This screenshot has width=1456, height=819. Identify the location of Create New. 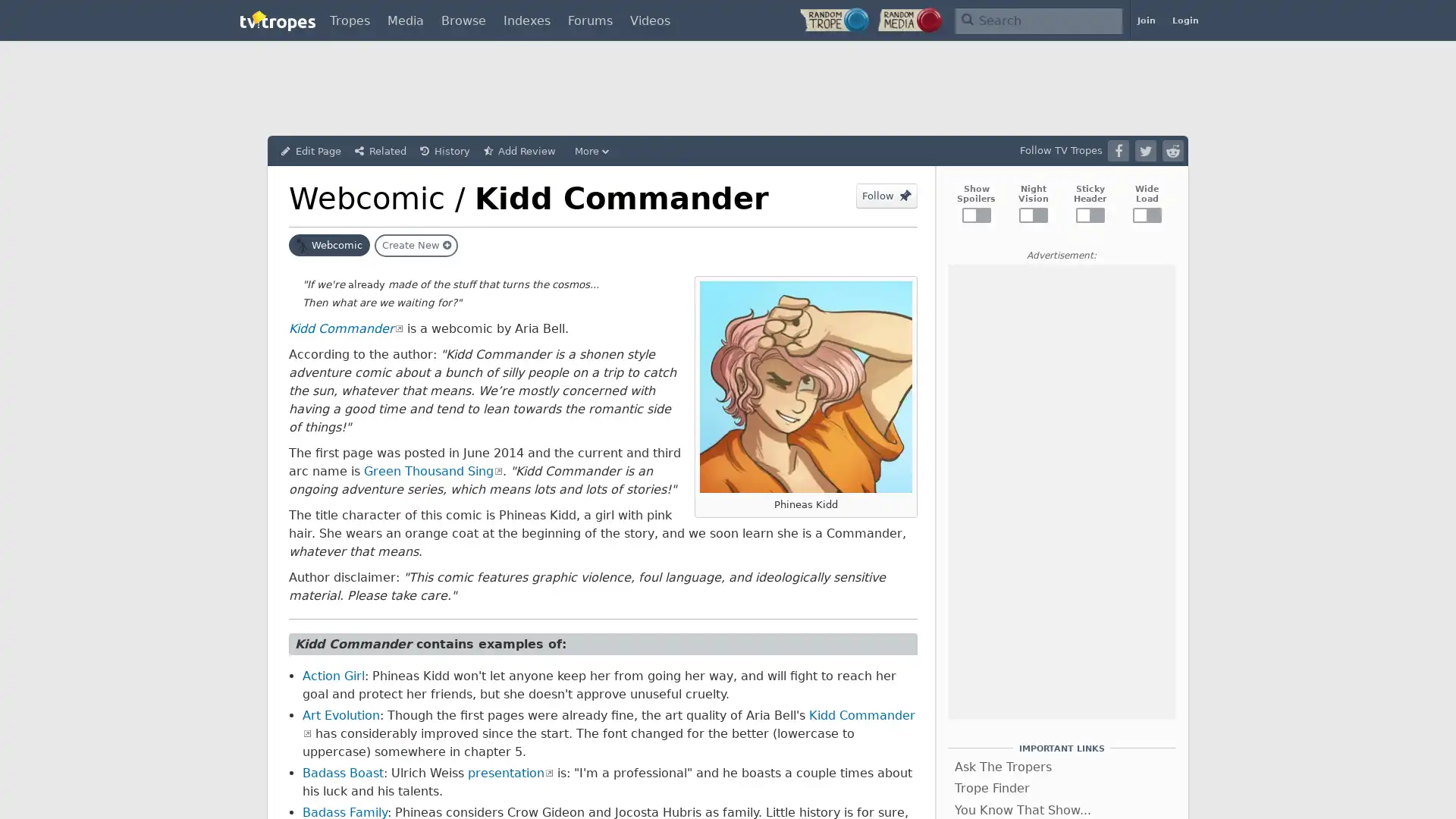
(416, 245).